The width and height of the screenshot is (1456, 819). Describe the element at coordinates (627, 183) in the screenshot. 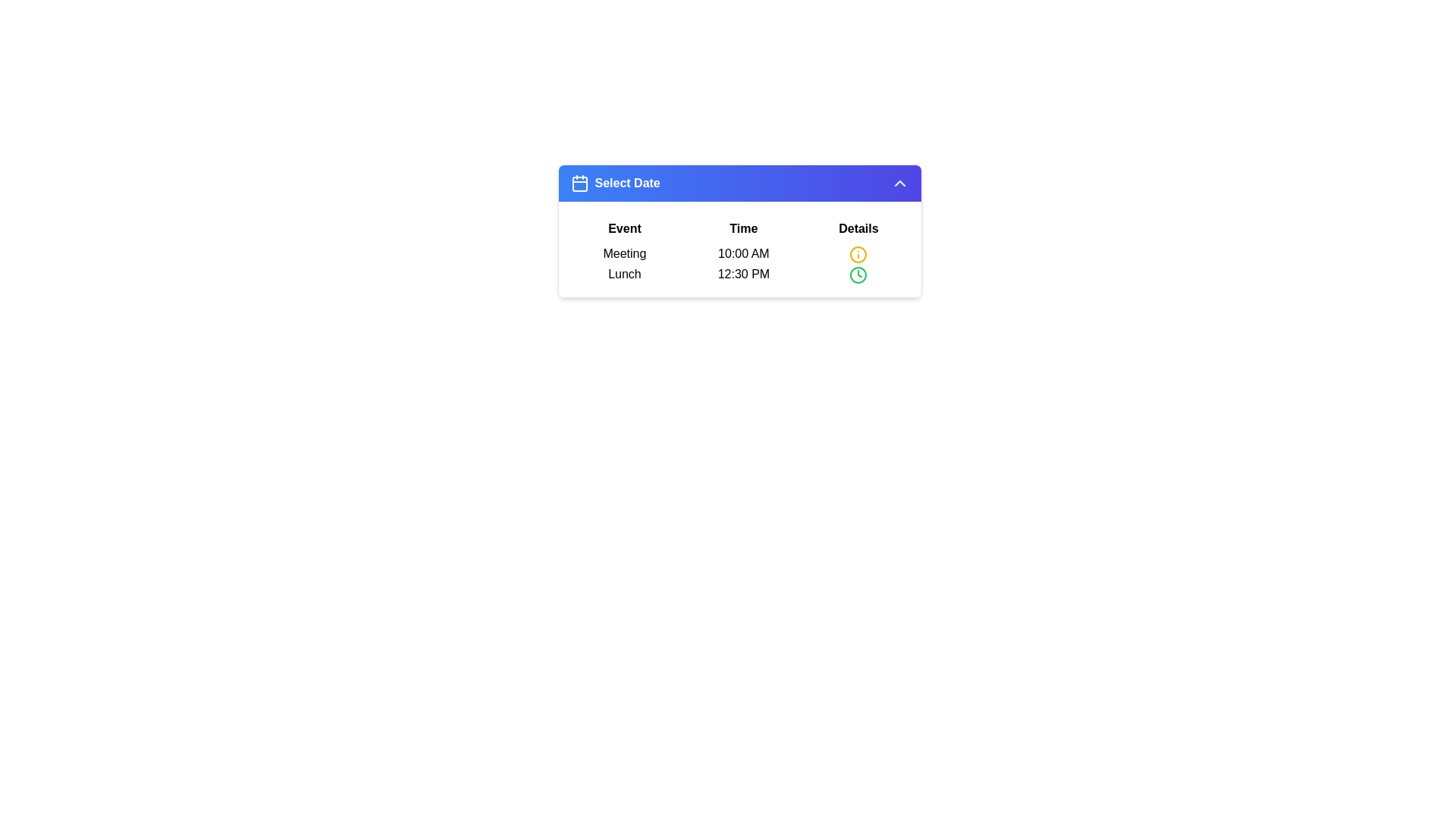

I see `the 'Select Date' text label, which is styled in bold font on a blue background, located within a card interface, positioned to the right of a calendar icon` at that location.